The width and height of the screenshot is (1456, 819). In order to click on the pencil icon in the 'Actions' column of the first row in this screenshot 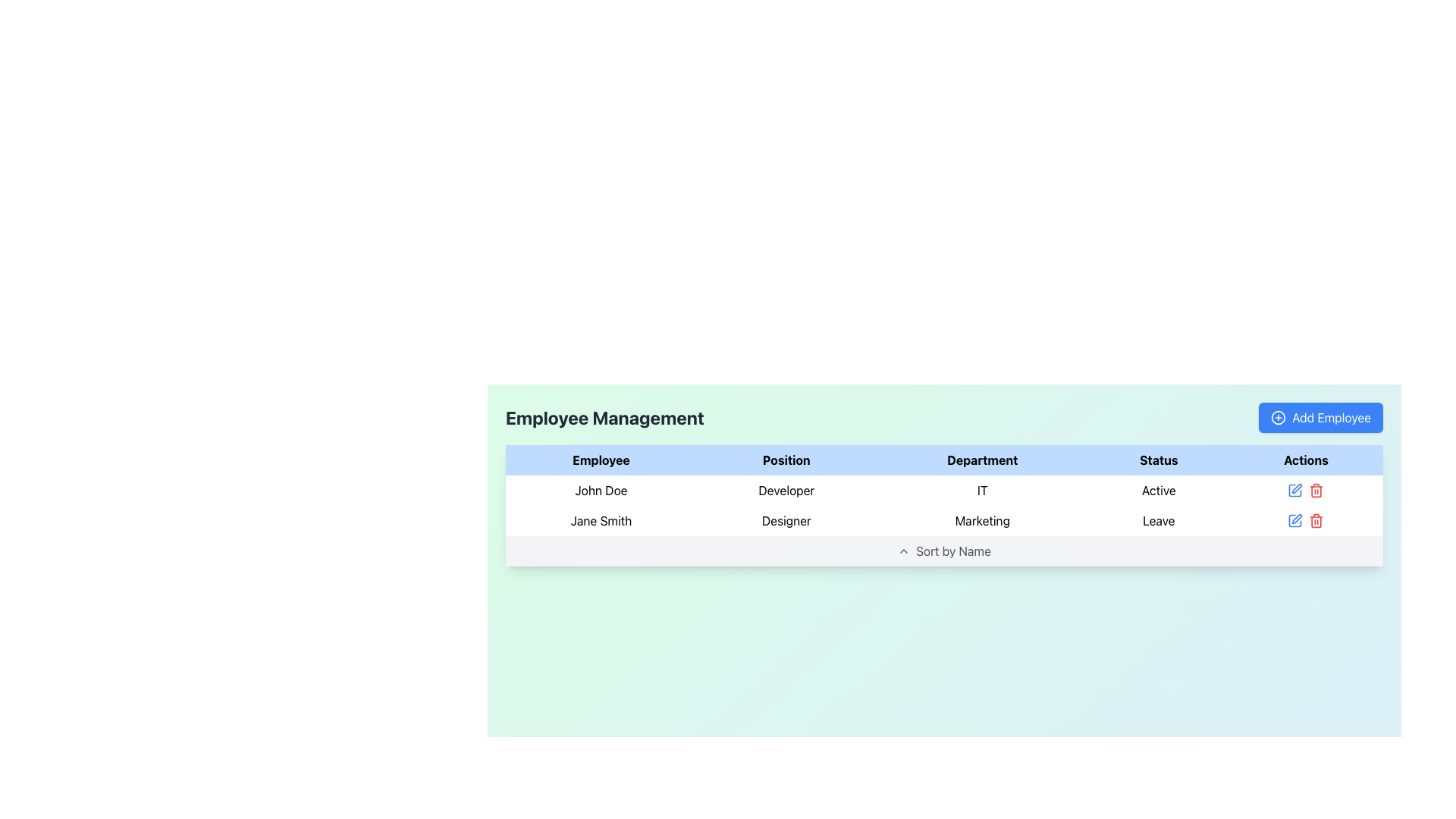, I will do `click(1305, 491)`.